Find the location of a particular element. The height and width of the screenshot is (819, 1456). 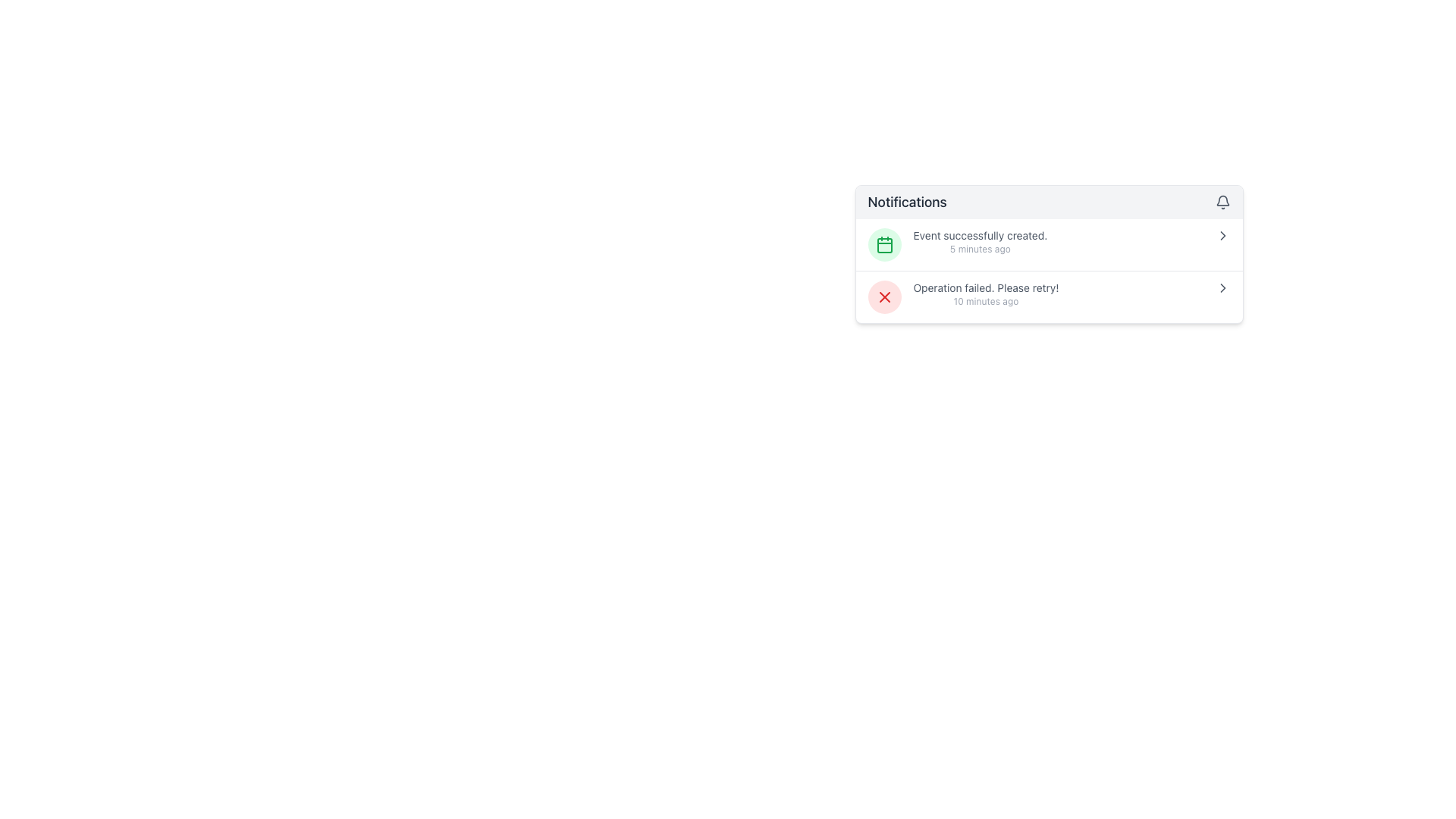

the Notification element that informs the user about a successfully created event, positioned at the top of the notification list is located at coordinates (1048, 244).